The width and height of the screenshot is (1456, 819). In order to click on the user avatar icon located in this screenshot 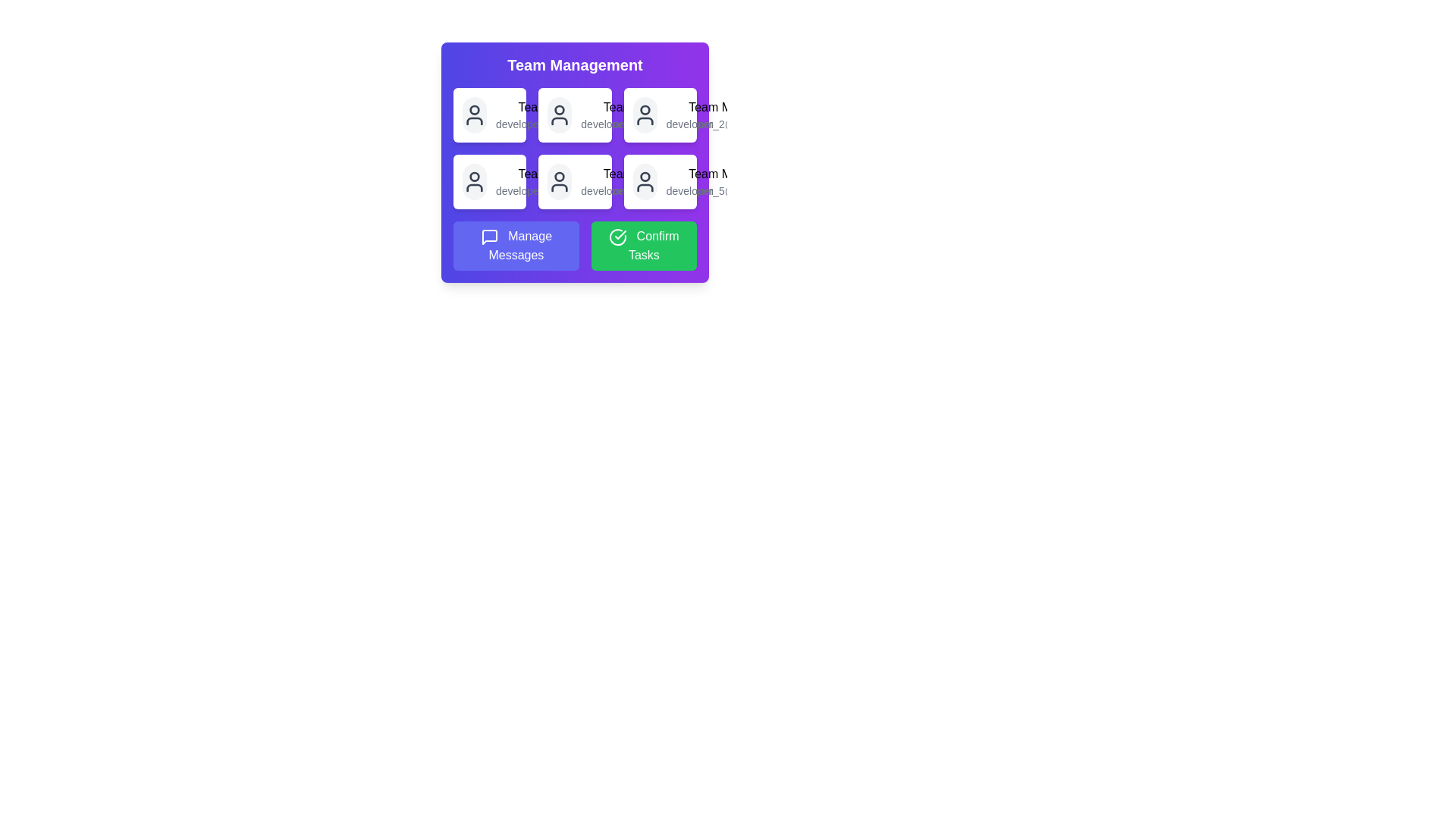, I will do `click(645, 114)`.